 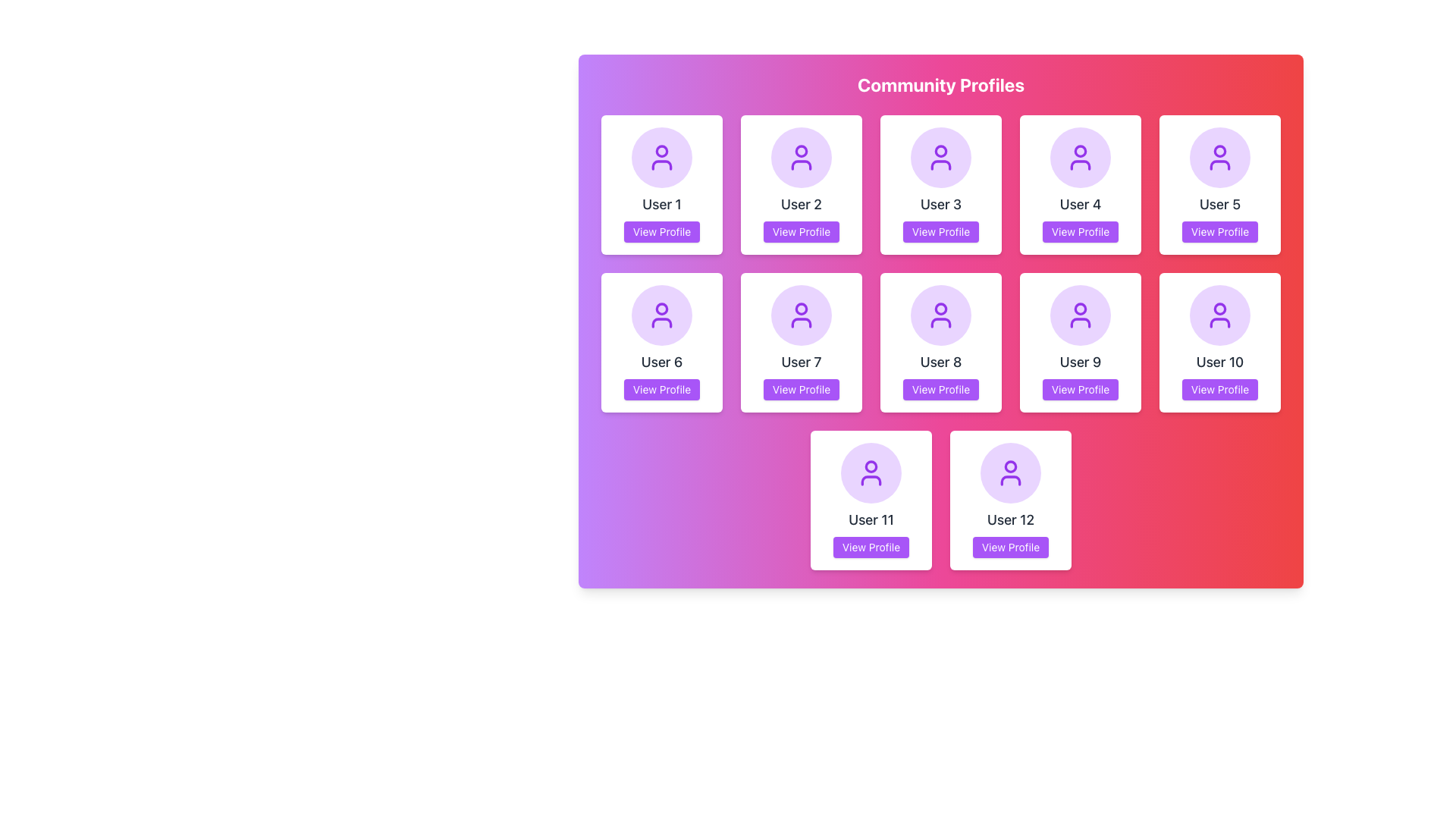 I want to click on the Text Label displaying the user's name or identifier in the Community Profiles grid layout, located in the third row and second column, positioned between a circular avatar icon and the View Profile button, so click(x=800, y=362).